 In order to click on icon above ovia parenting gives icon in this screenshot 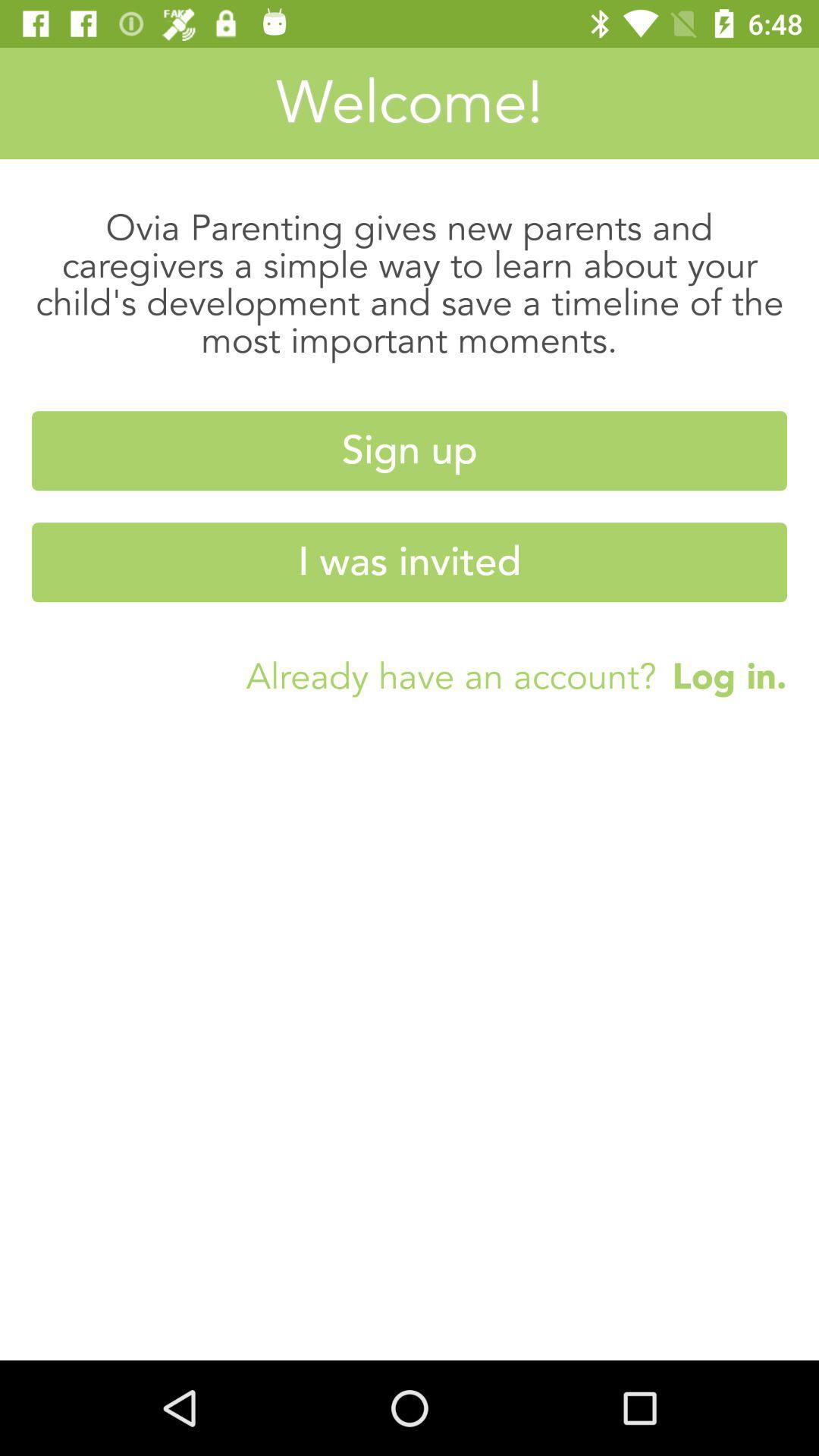, I will do `click(409, 102)`.